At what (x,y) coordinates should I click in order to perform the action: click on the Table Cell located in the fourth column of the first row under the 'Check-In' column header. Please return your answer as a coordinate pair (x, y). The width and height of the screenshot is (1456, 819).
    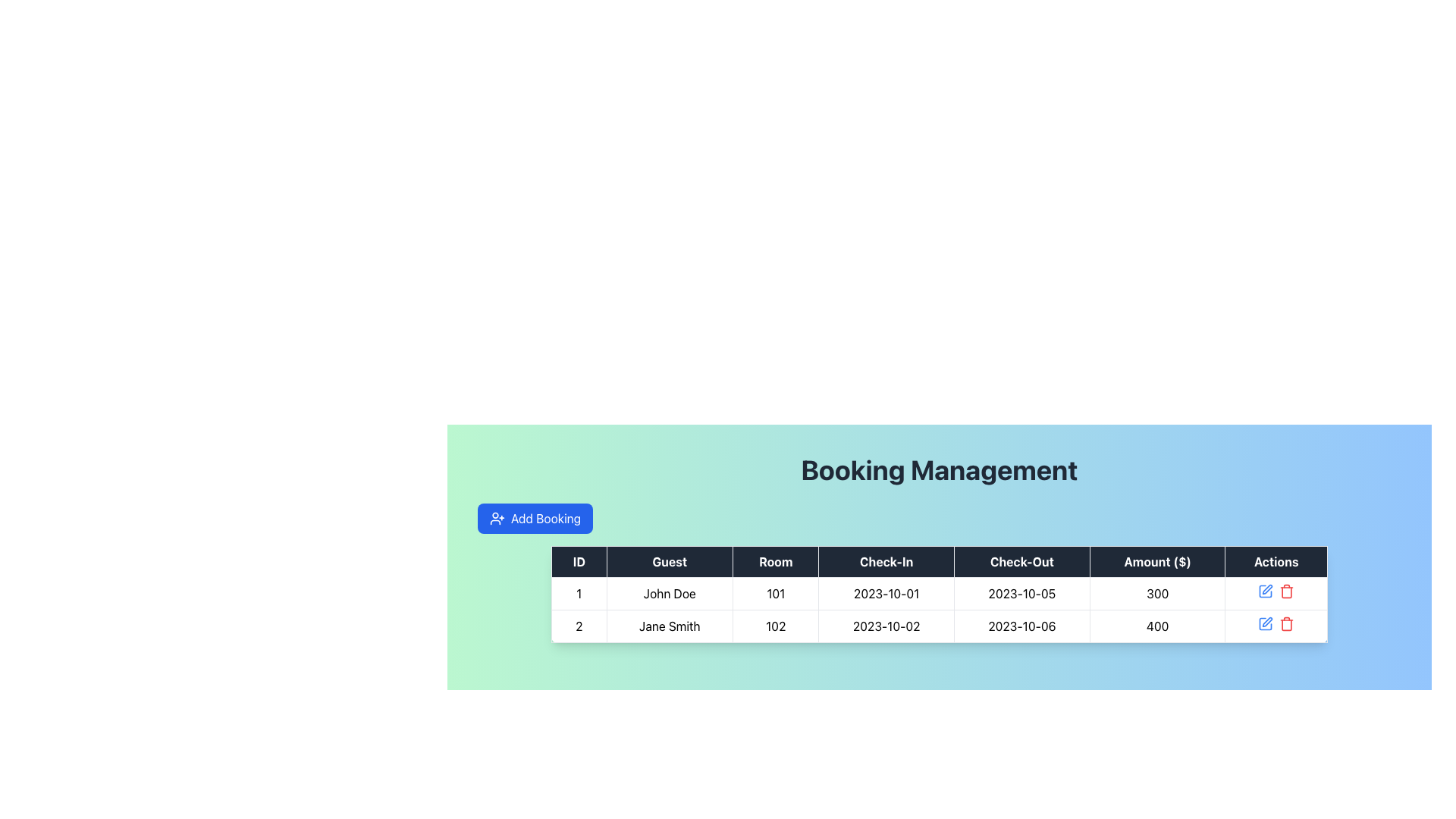
    Looking at the image, I should click on (886, 593).